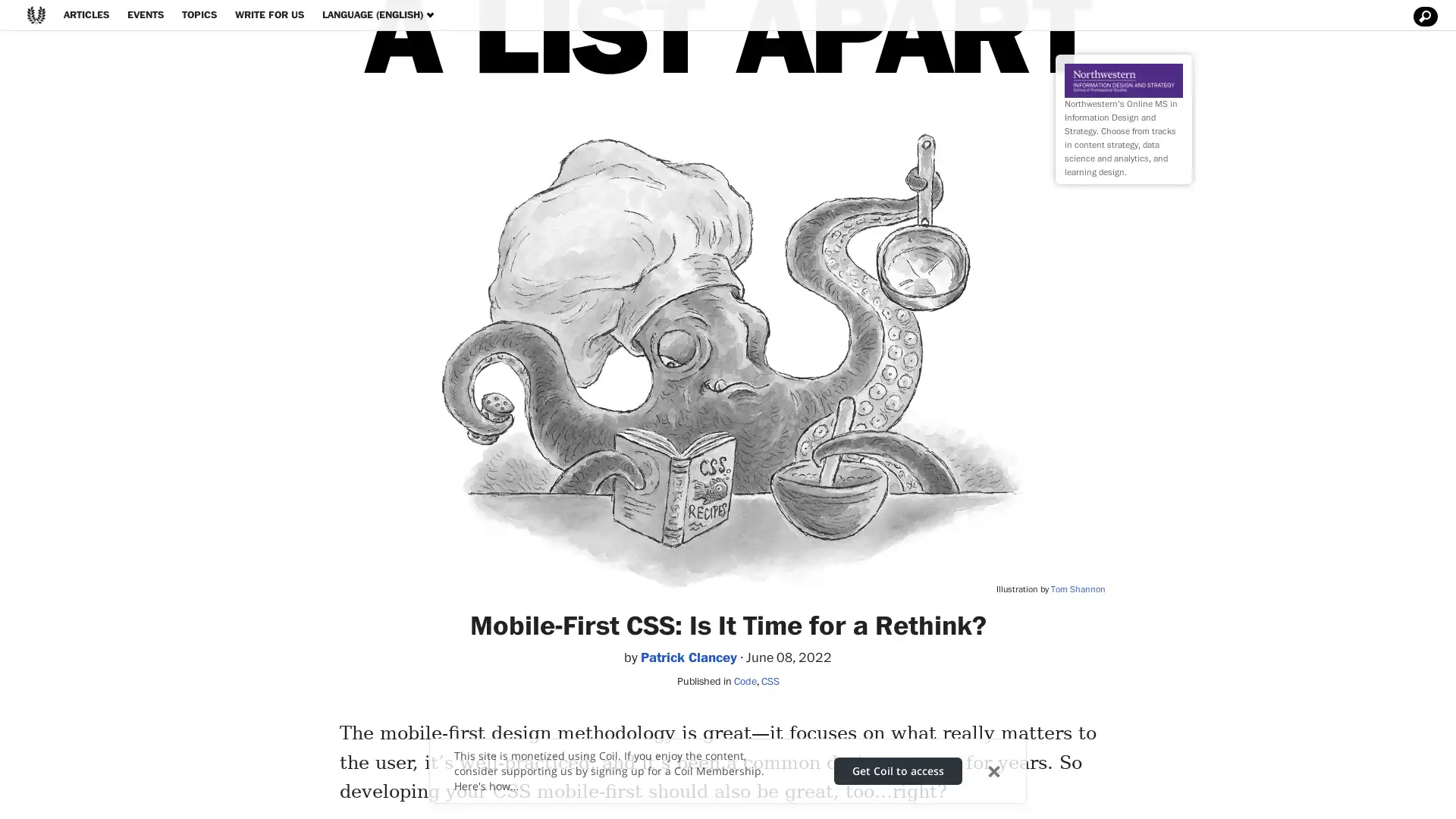 The width and height of the screenshot is (1456, 819). I want to click on Search, so click(1423, 17).